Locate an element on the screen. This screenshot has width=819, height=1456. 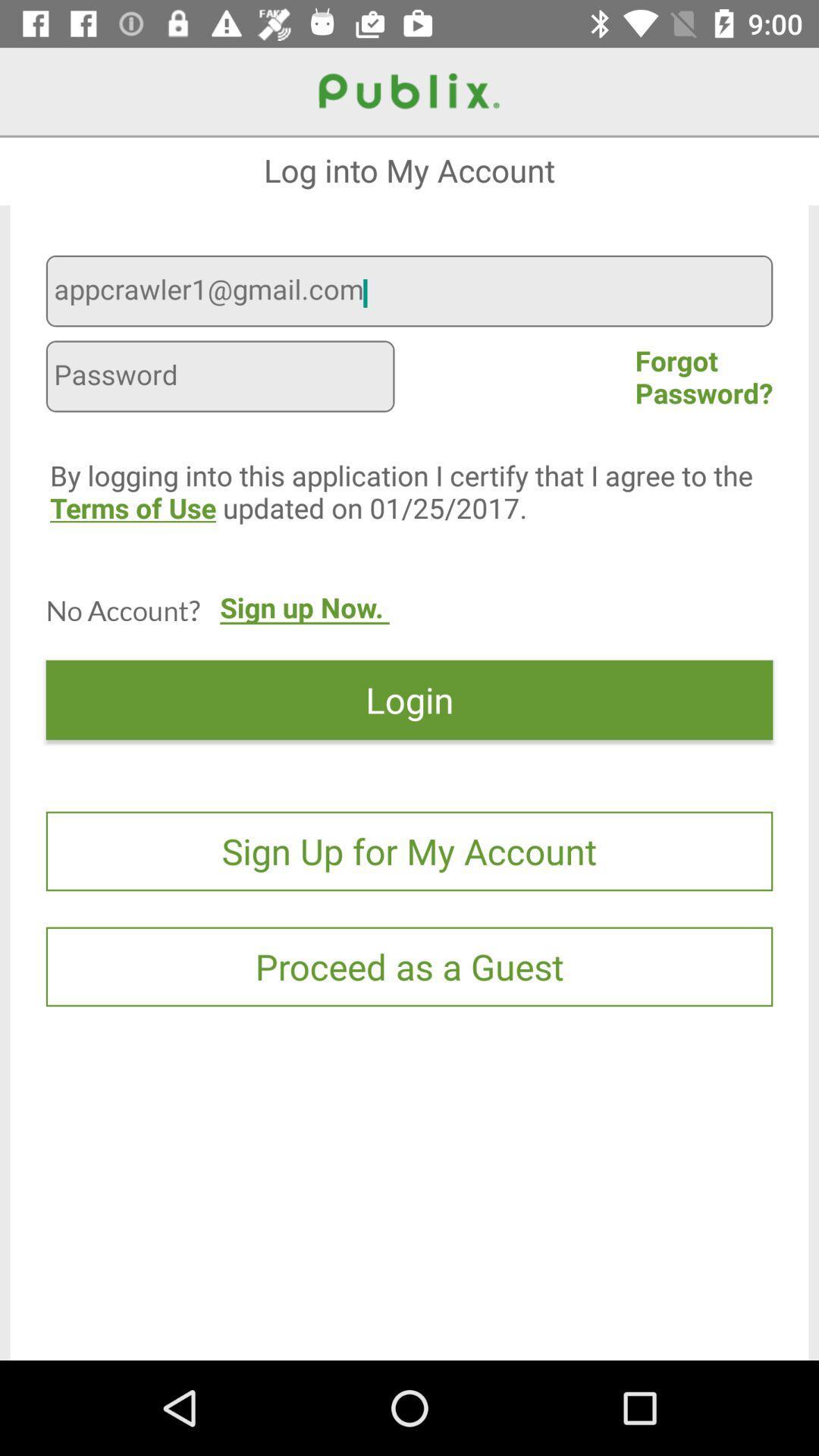
item above the login item is located at coordinates (304, 623).